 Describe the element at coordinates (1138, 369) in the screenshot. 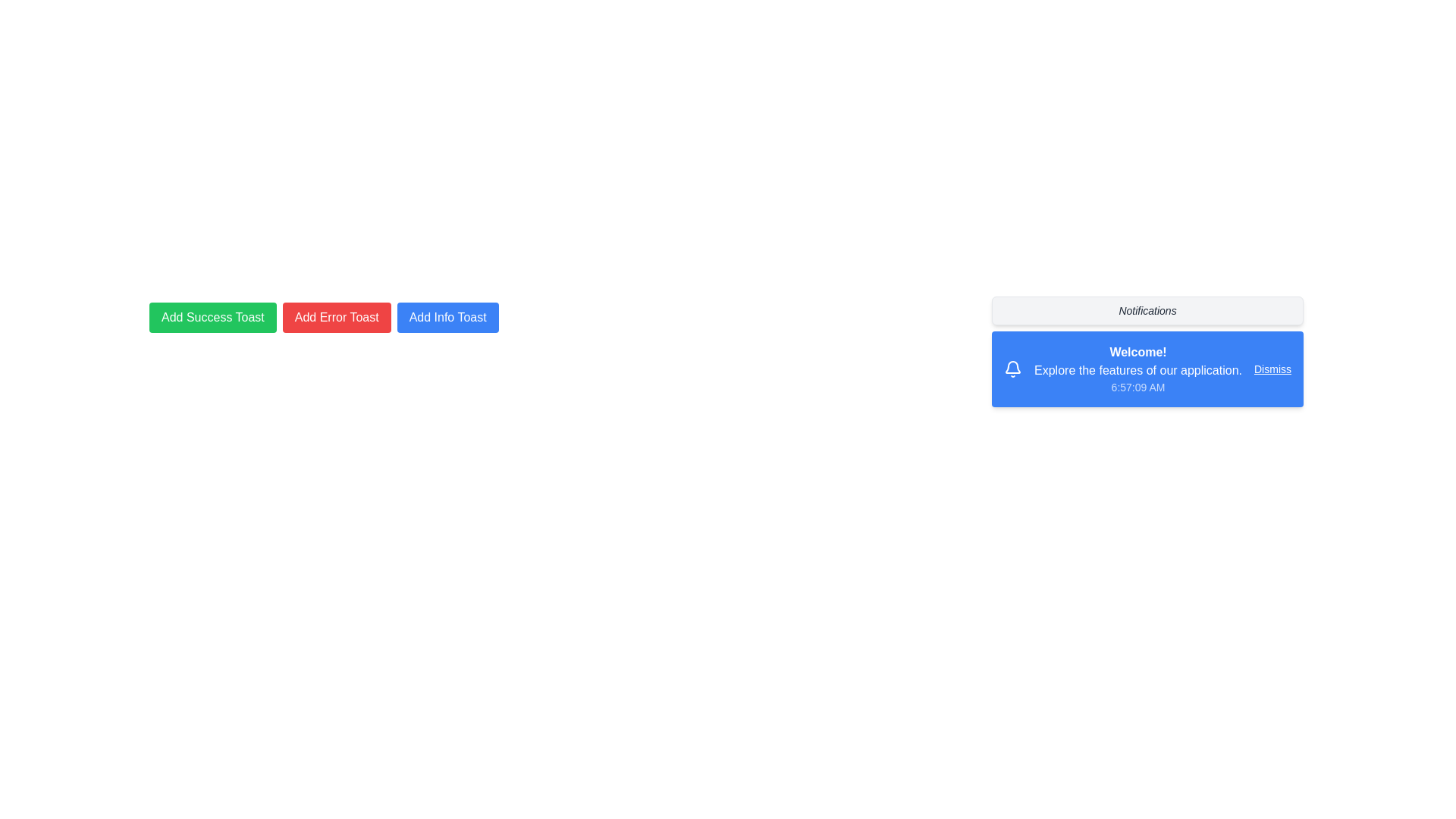

I see `the static text display that shows the greeting message 'Welcome! Explore the features of our application.' within the blue notification box` at that location.